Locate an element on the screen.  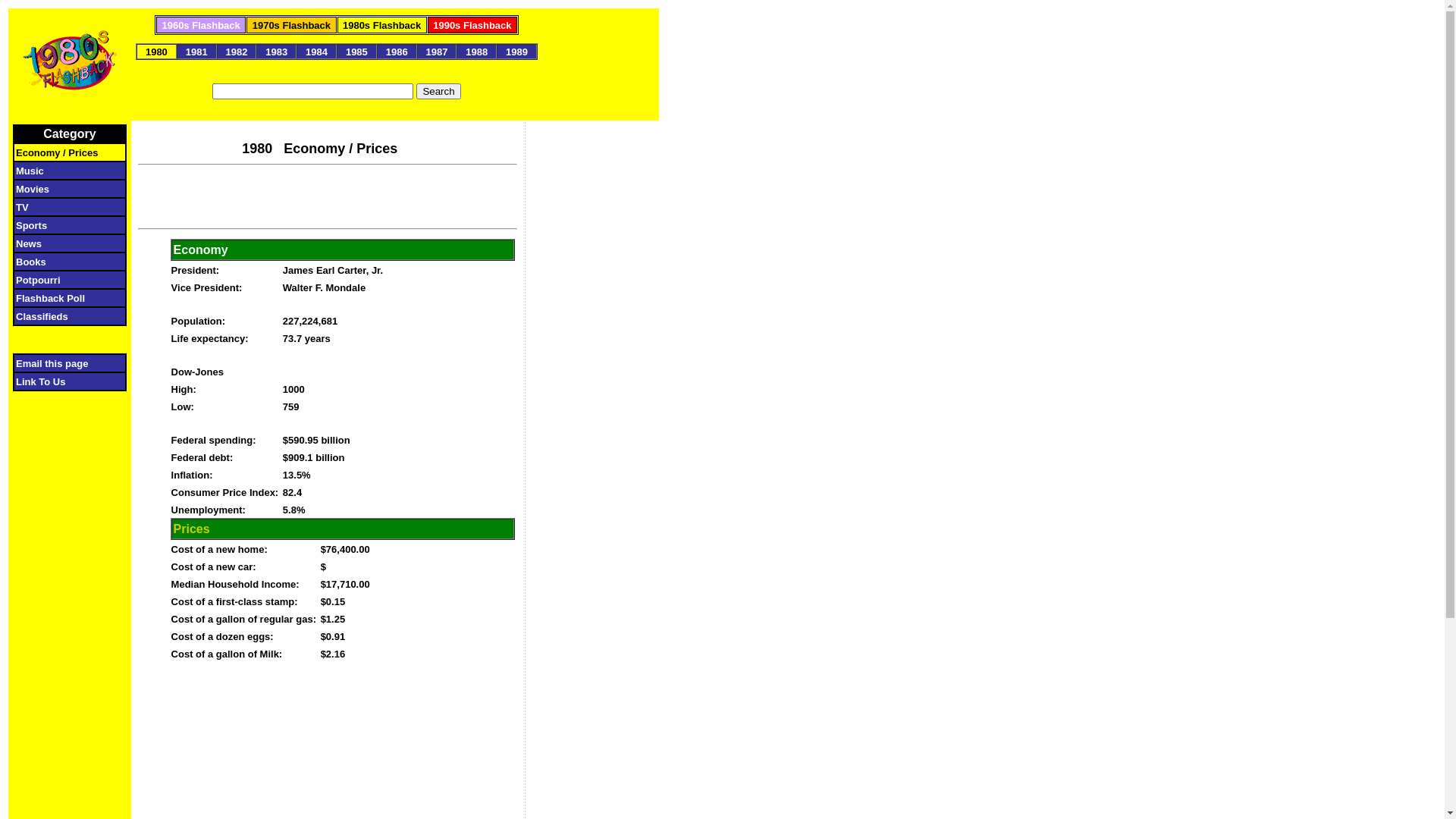
' 1985 ' is located at coordinates (356, 50).